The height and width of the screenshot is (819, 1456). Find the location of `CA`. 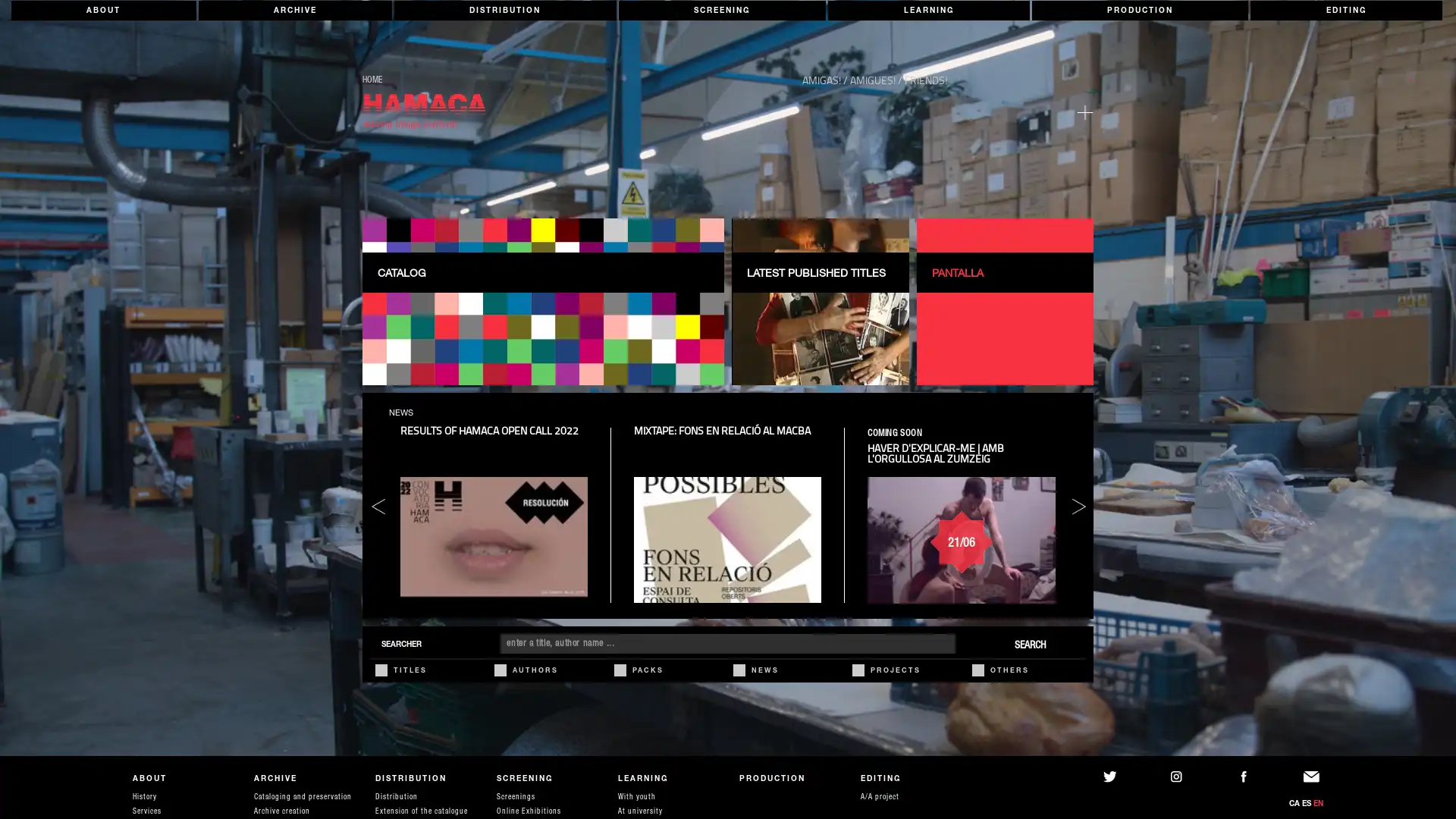

CA is located at coordinates (1292, 803).